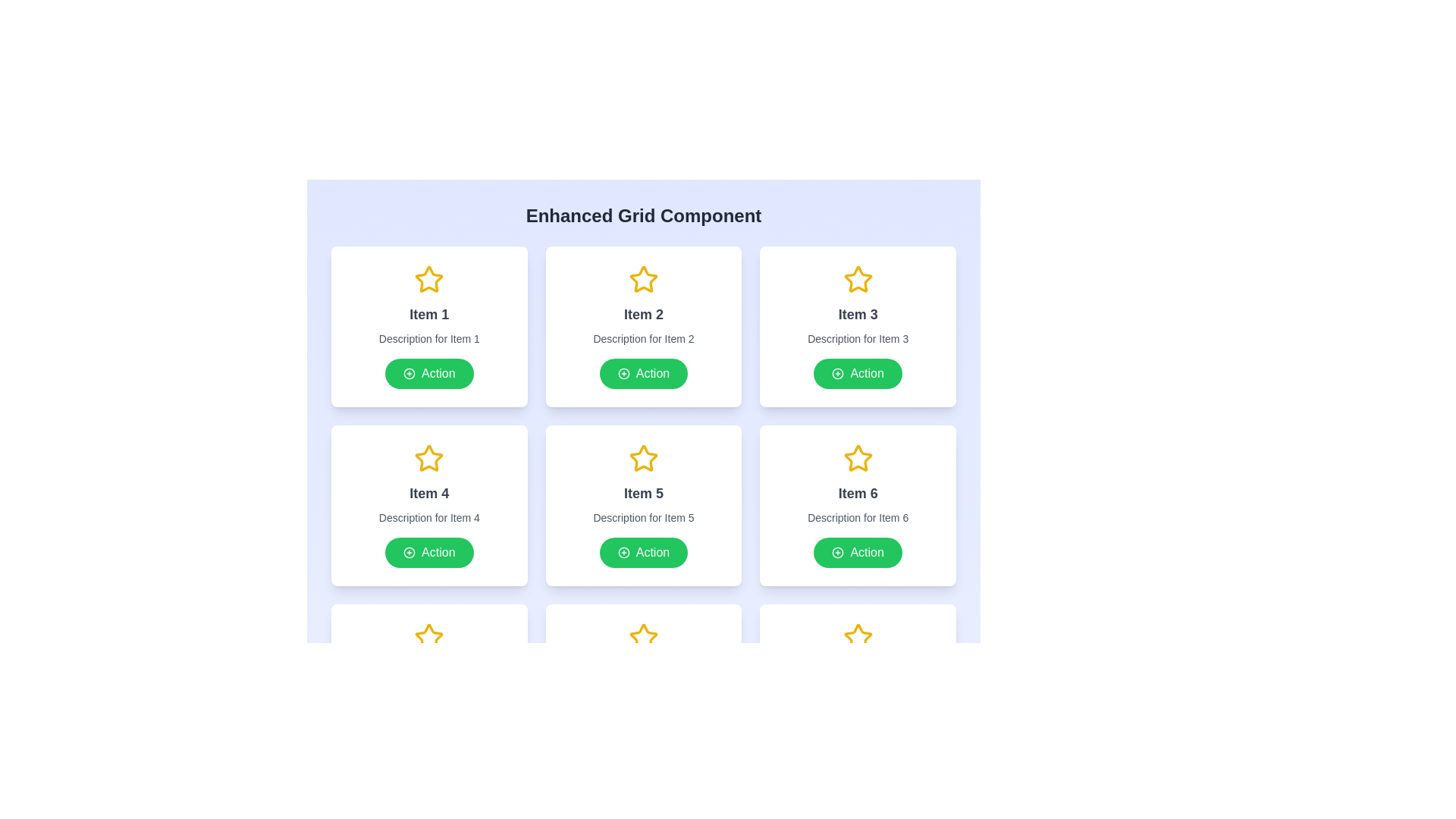  What do you see at coordinates (858, 326) in the screenshot?
I see `yellow star icon at the top of the Card with the label 'Item 3'` at bounding box center [858, 326].